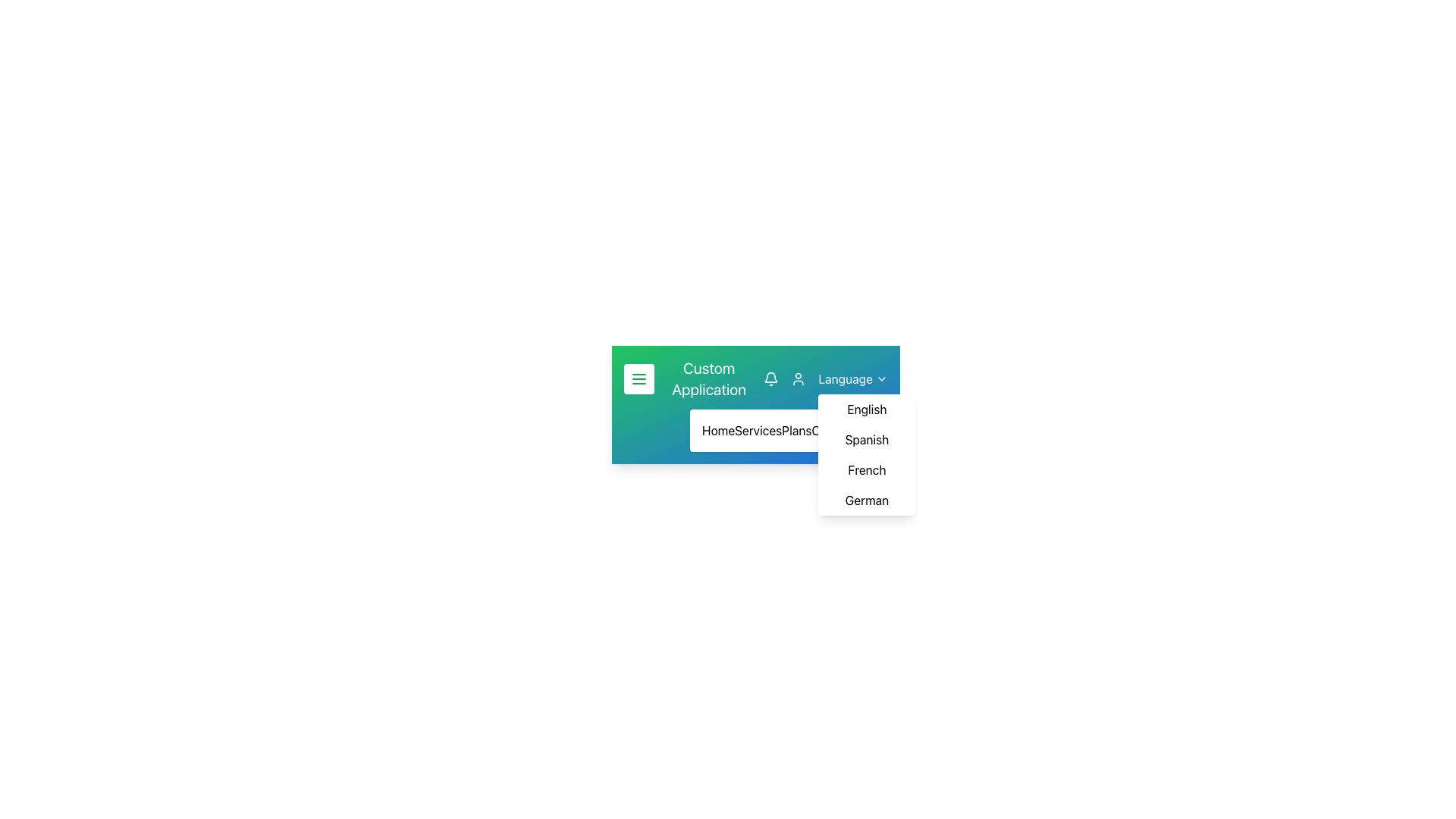 This screenshot has width=1456, height=819. I want to click on the 'Language' dropdown menu located at the top-right corner of the interface, so click(852, 378).